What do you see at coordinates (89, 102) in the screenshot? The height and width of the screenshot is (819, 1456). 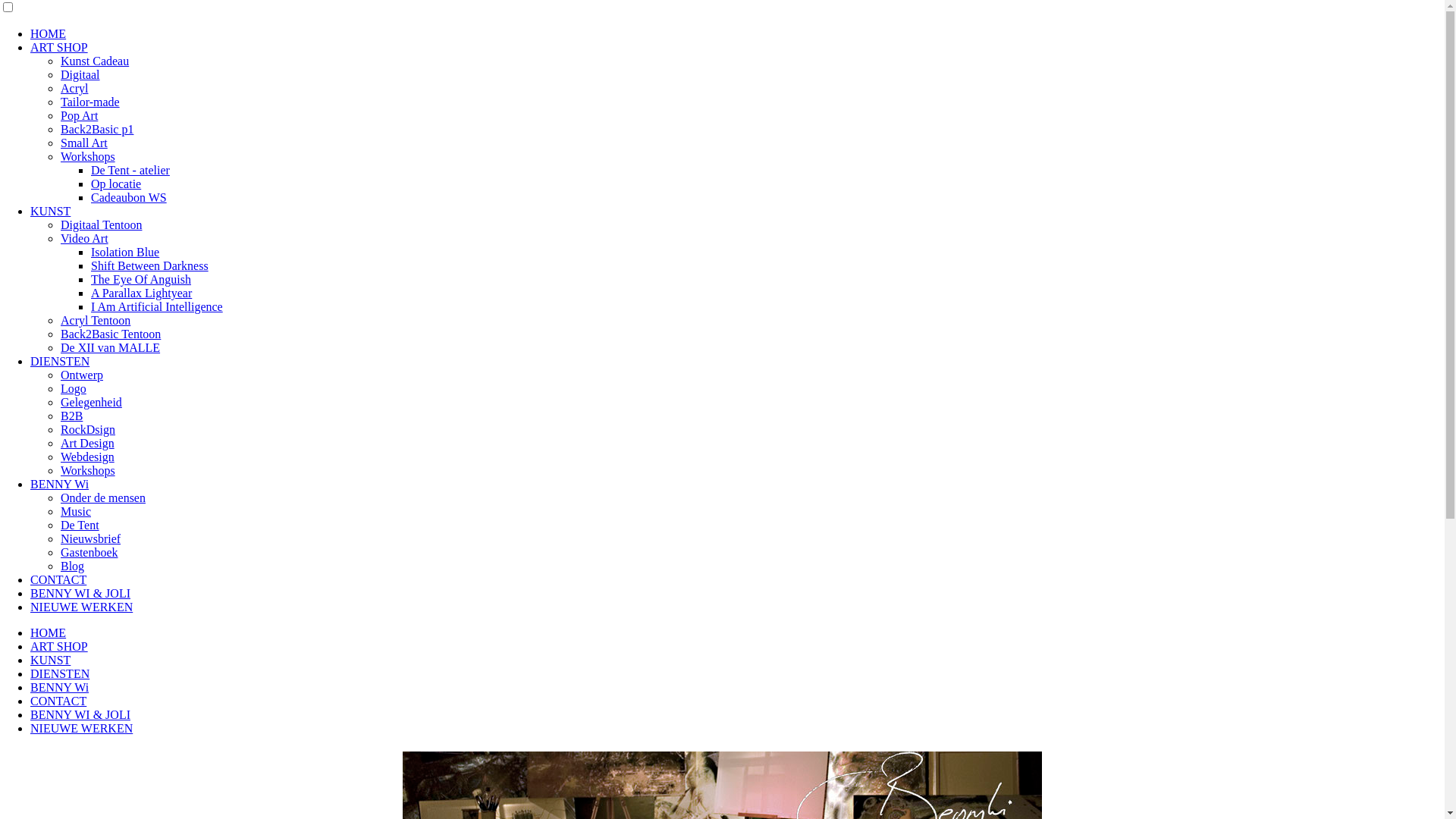 I see `'Tailor-made'` at bounding box center [89, 102].